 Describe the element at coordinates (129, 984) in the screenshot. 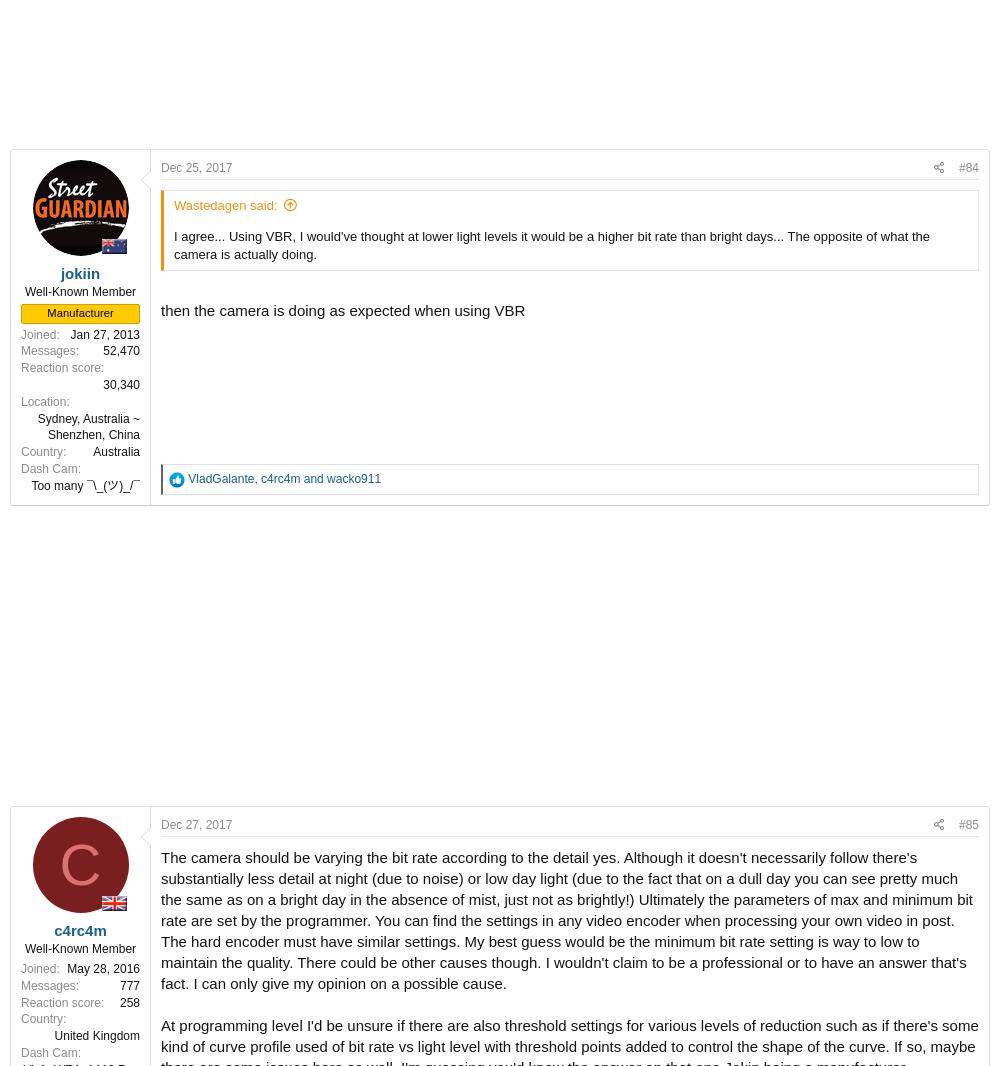

I see `'777'` at that location.